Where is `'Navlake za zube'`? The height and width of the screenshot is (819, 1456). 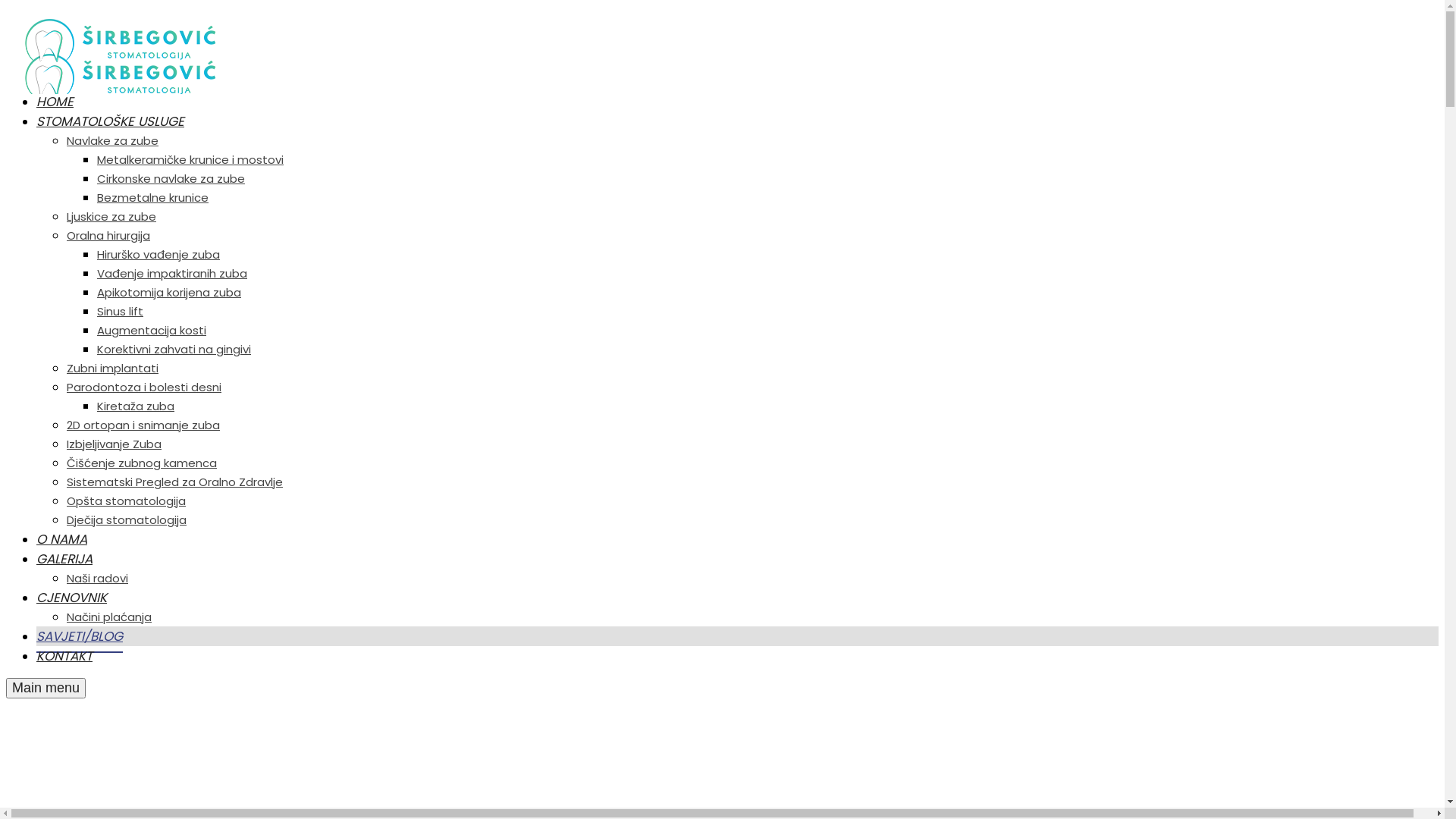 'Navlake za zube' is located at coordinates (111, 140).